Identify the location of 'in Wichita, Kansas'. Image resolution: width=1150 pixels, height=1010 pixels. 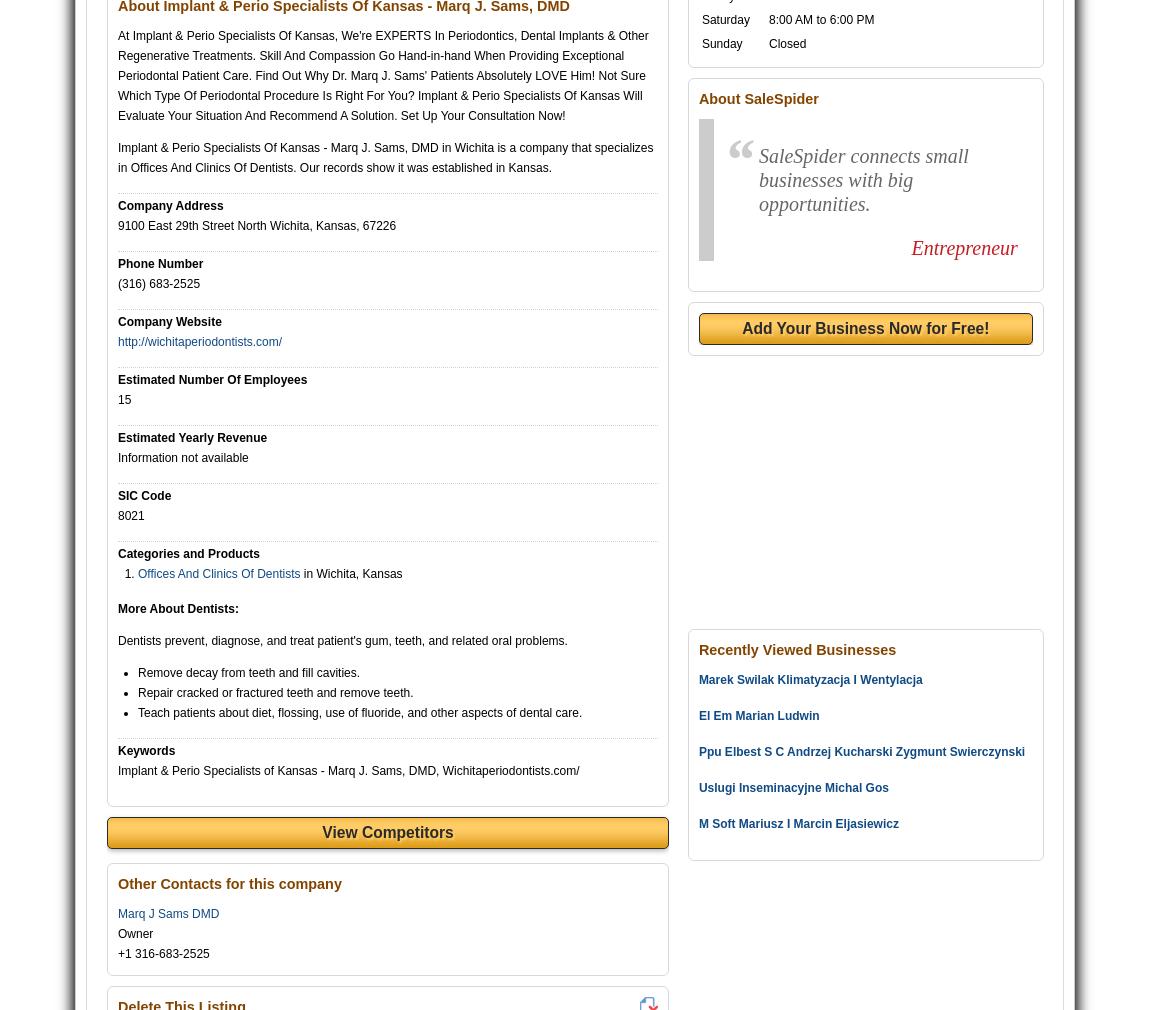
(350, 572).